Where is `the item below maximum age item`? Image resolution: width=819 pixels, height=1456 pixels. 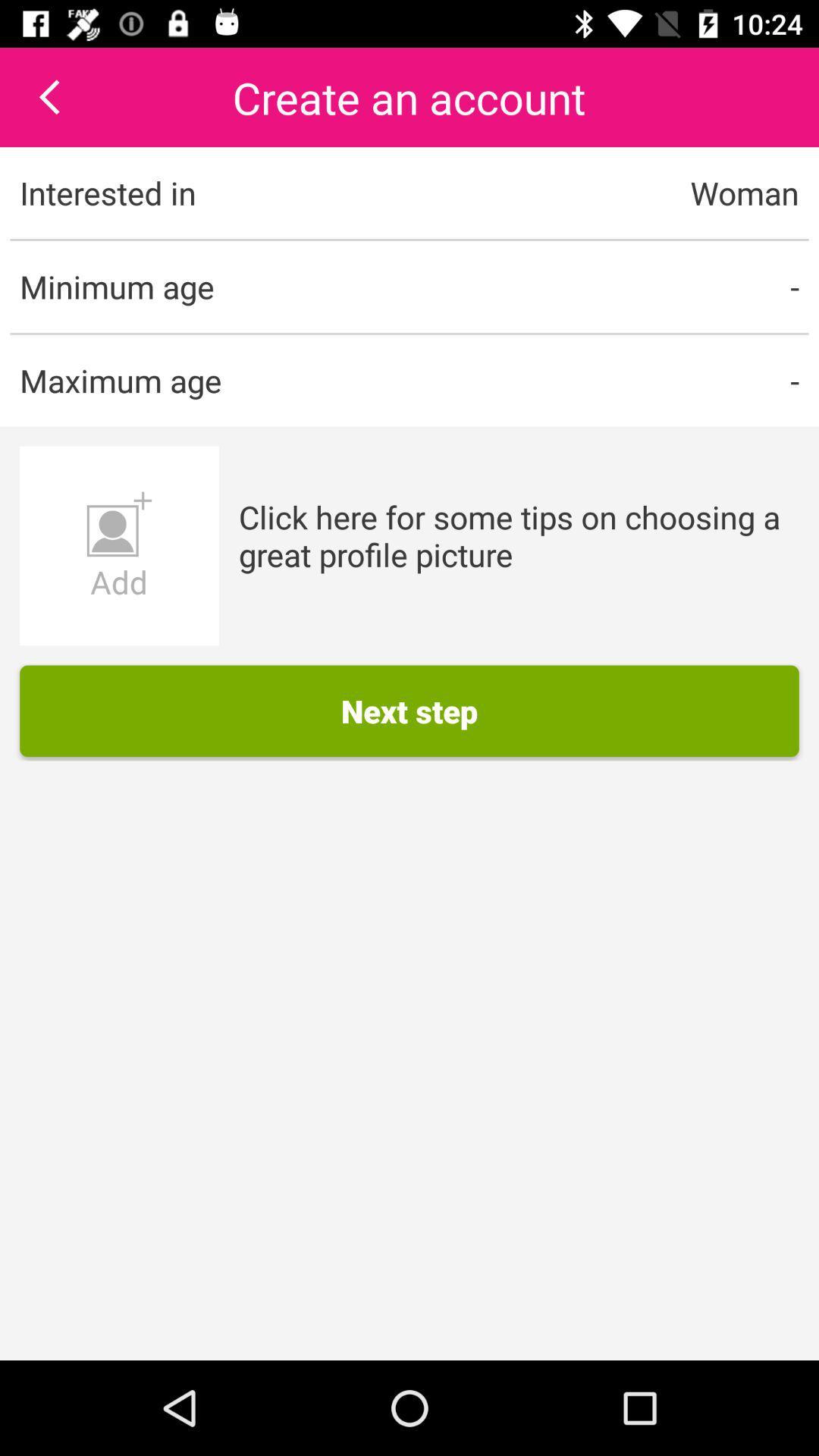 the item below maximum age item is located at coordinates (118, 546).